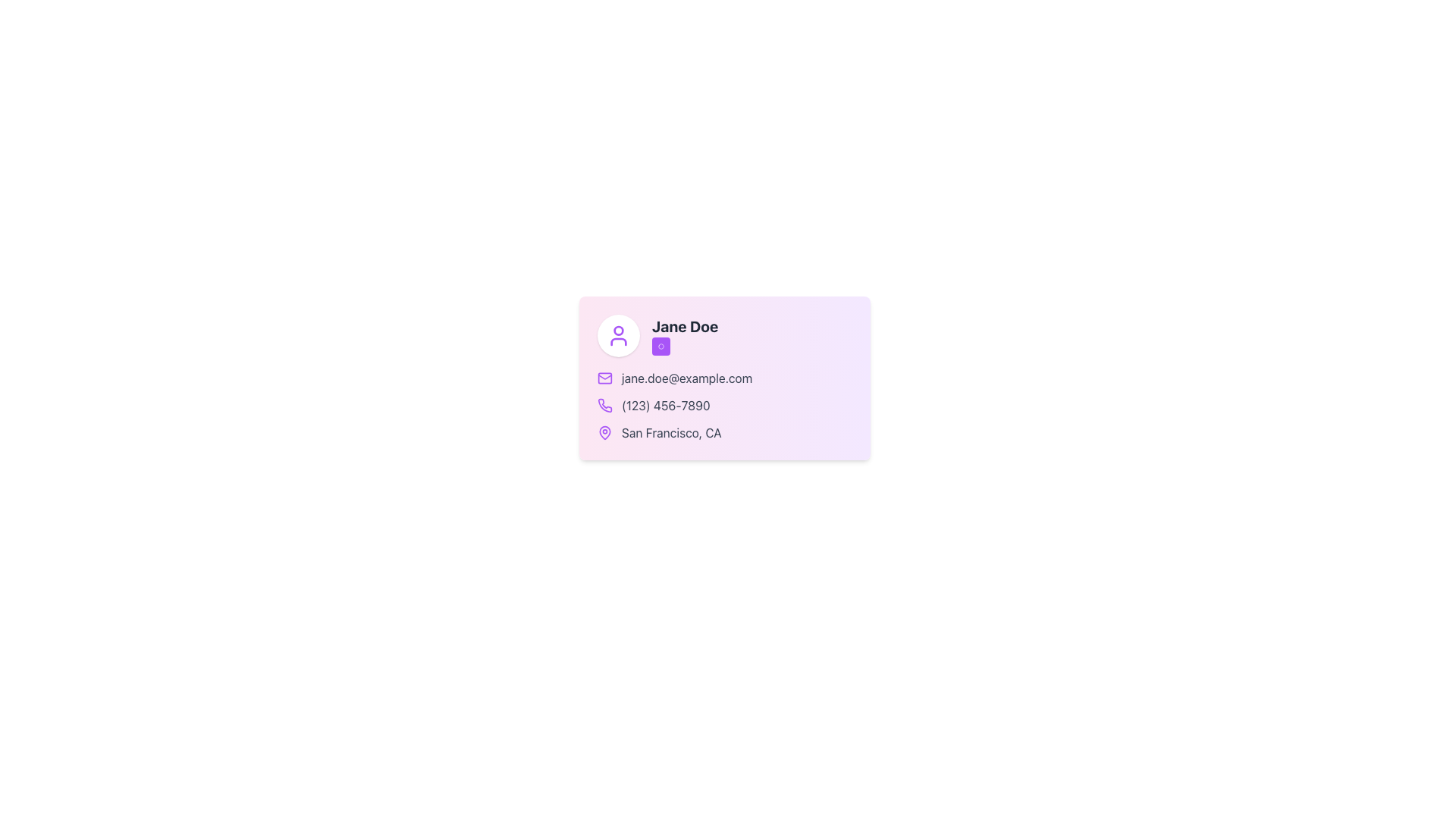  Describe the element at coordinates (604, 377) in the screenshot. I see `the inner rectangular element within the envelope icon, which is light purple and has rounded edges` at that location.